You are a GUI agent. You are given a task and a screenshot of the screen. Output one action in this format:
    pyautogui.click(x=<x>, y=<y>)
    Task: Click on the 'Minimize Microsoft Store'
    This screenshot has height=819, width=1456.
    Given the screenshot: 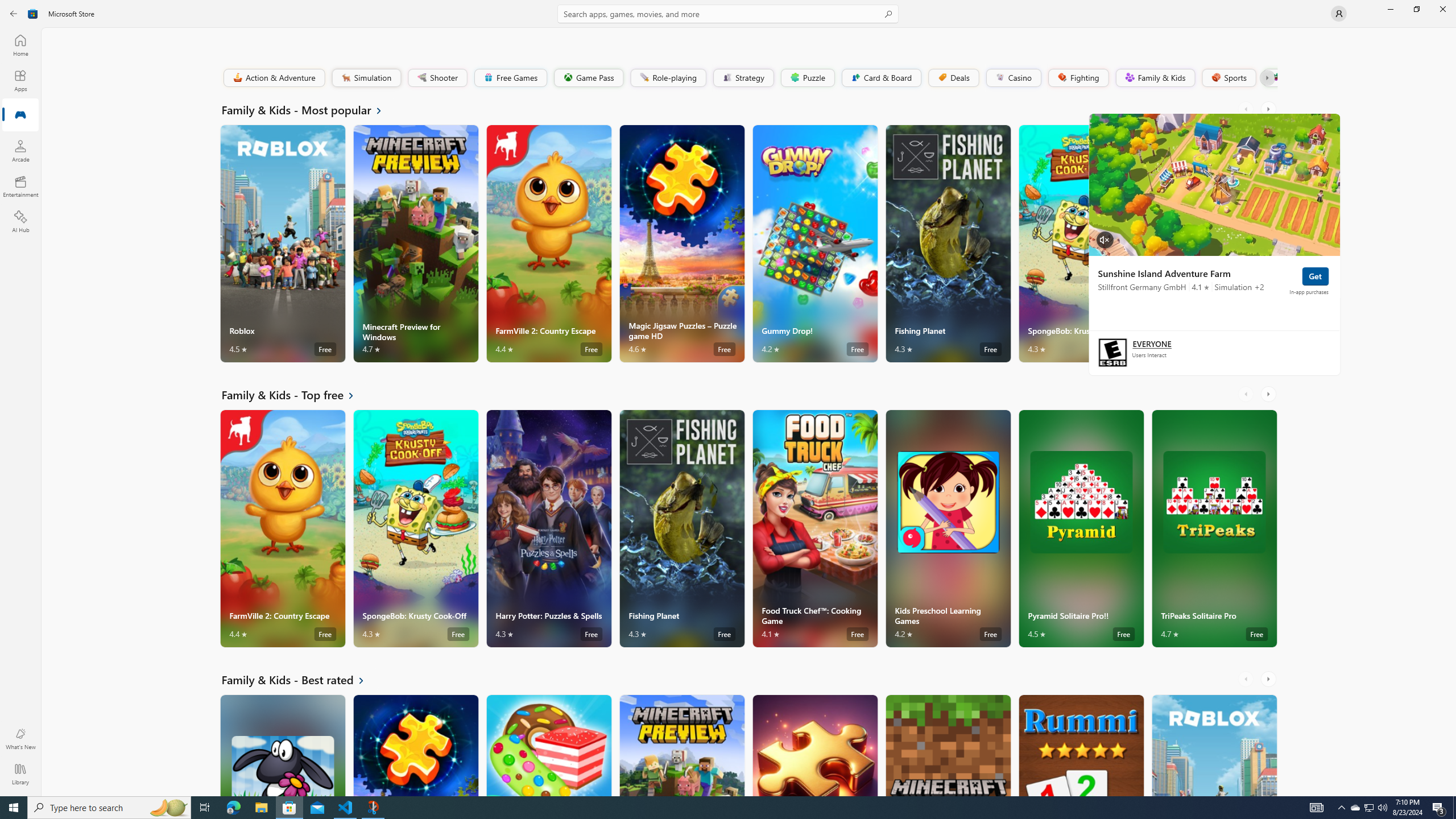 What is the action you would take?
    pyautogui.click(x=1389, y=9)
    